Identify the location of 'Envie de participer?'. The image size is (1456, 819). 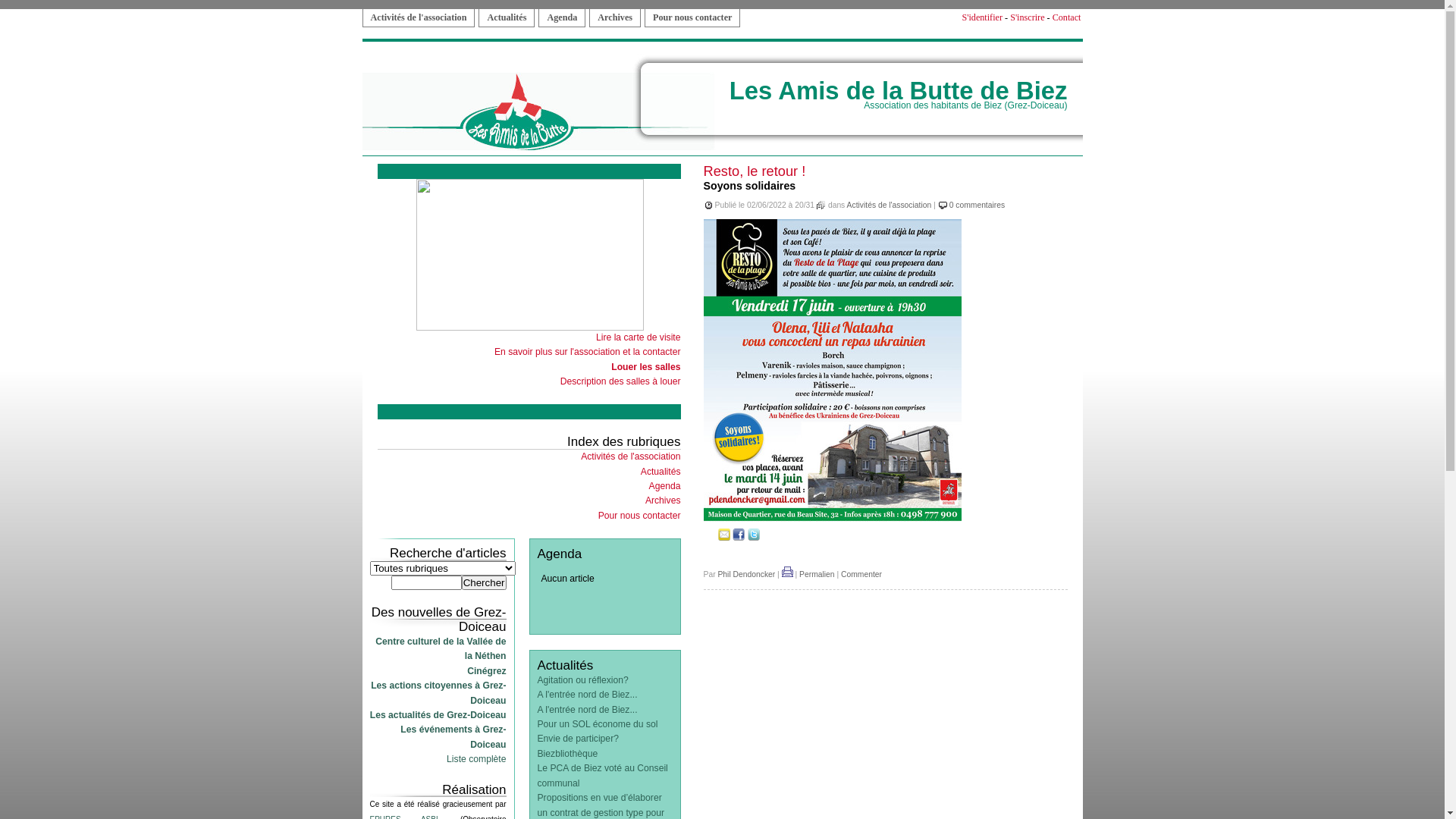
(576, 738).